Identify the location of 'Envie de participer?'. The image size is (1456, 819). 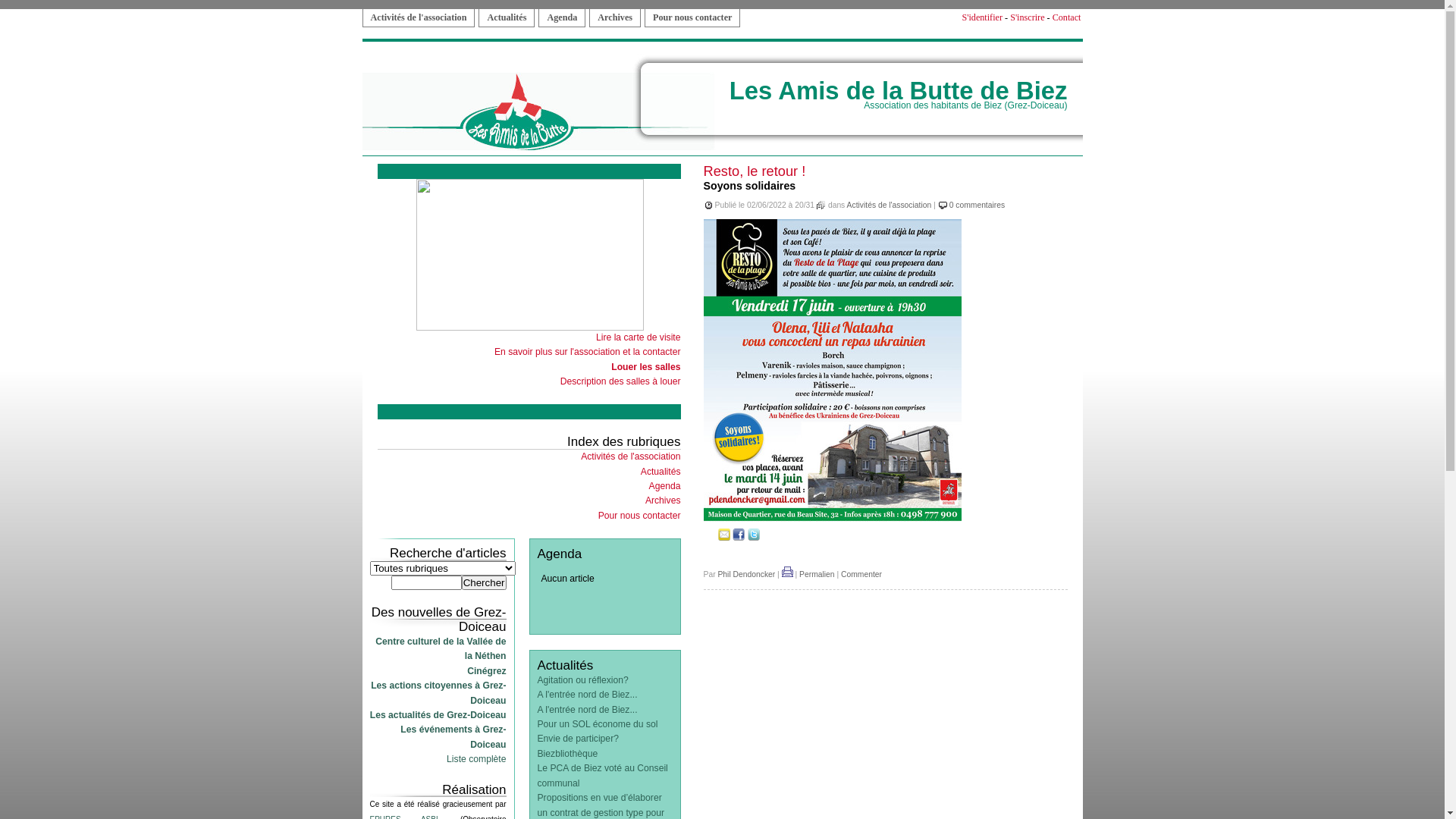
(576, 738).